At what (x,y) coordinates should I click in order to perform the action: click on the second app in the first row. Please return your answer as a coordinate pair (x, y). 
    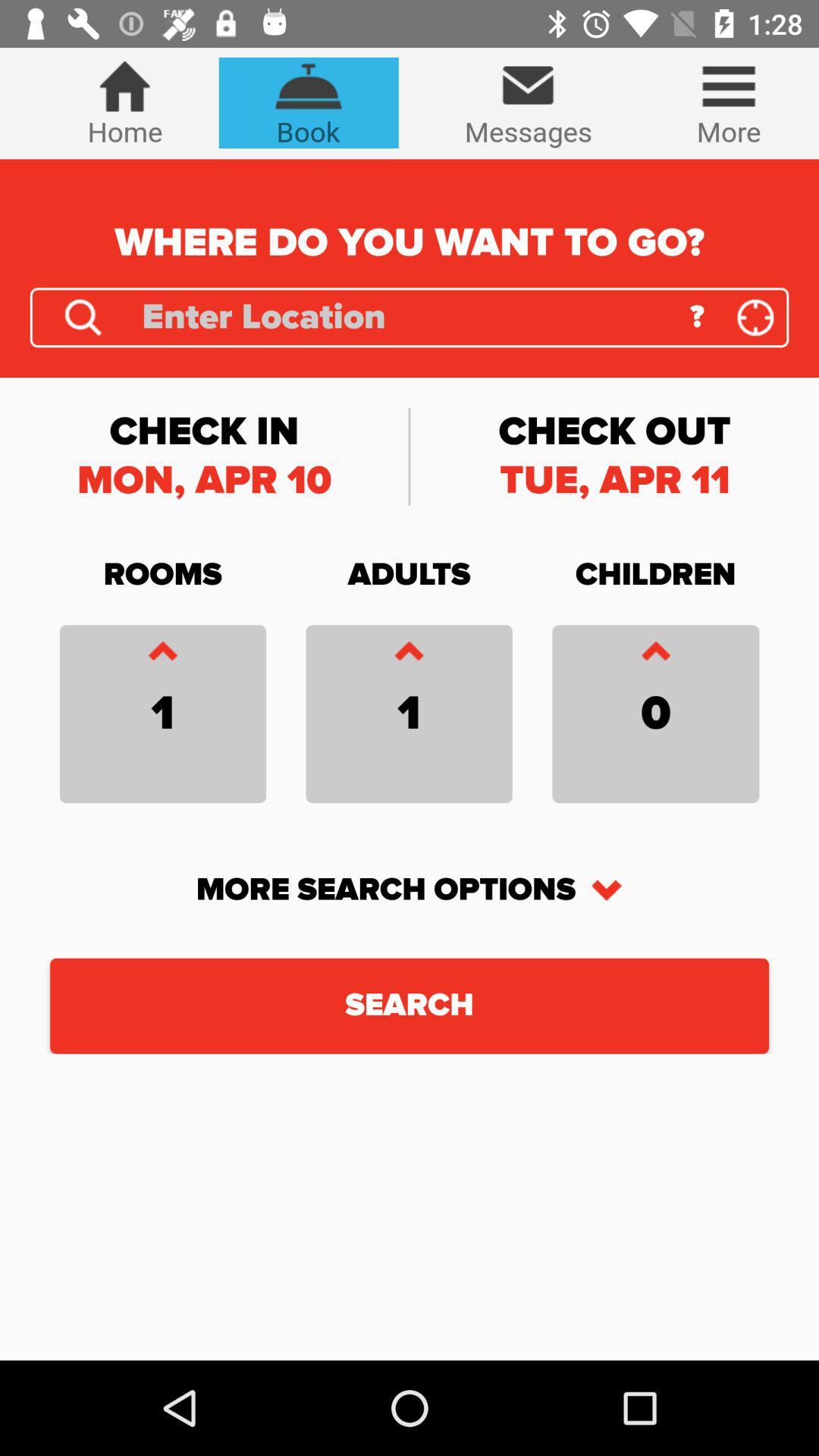
    Looking at the image, I should click on (308, 102).